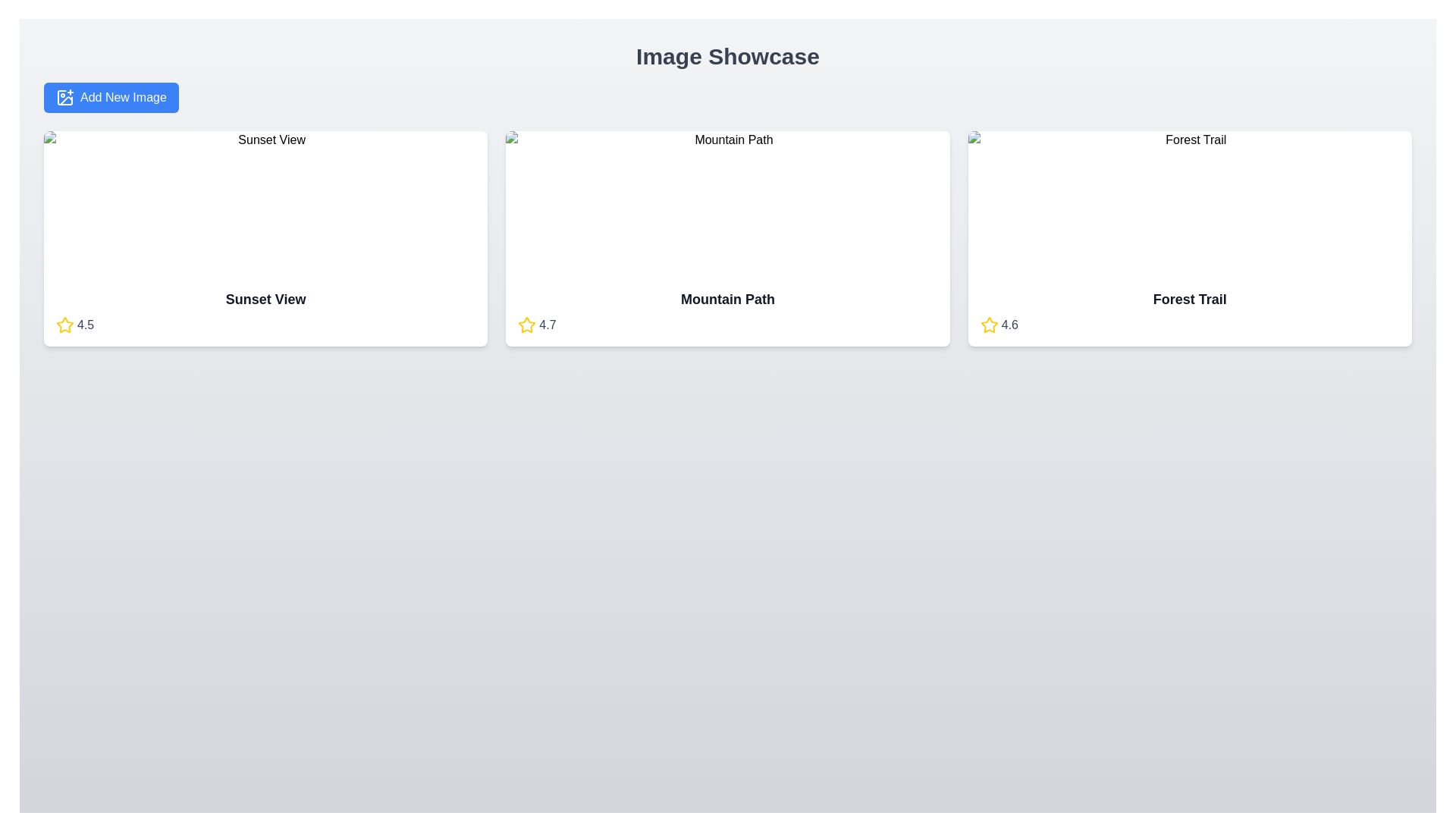 This screenshot has height=819, width=1456. I want to click on the decorative image in the 'Forest Trail' card, which is the top element of the card layout, so click(1189, 203).